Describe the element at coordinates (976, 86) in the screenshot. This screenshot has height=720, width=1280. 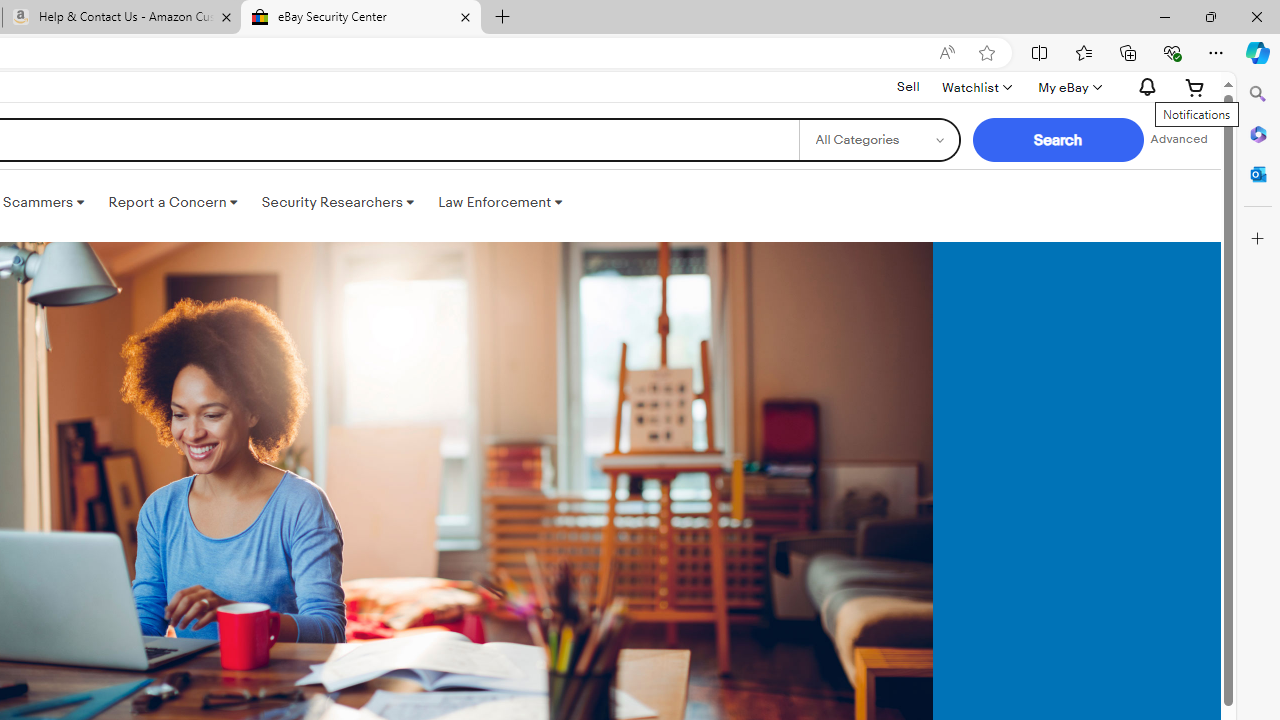
I see `'Watchlist'` at that location.